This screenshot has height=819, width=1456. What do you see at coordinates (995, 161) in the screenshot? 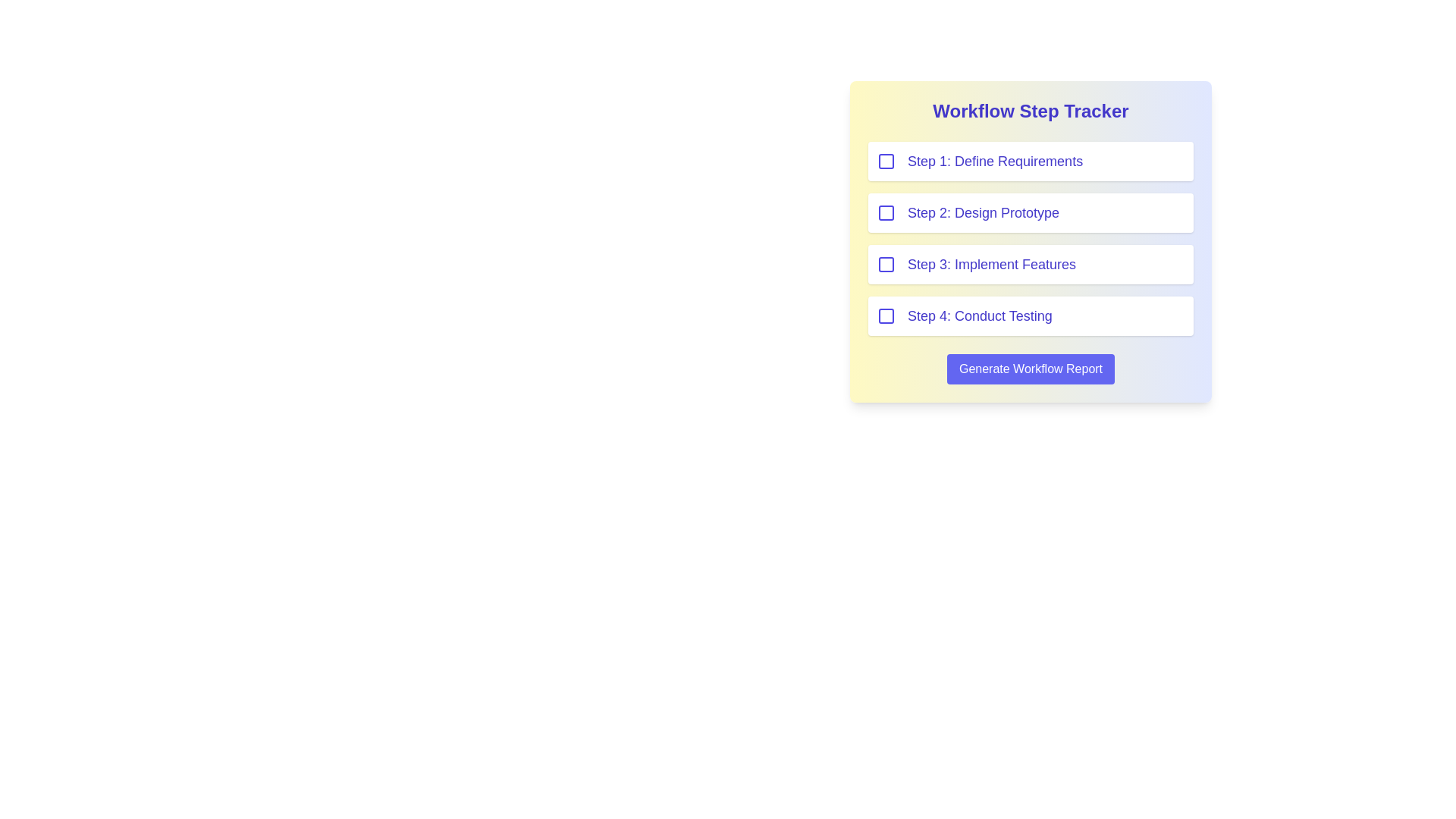
I see `the text label describing the first step in the workflow process, located in the 'Workflow Step Tracker' panel` at bounding box center [995, 161].